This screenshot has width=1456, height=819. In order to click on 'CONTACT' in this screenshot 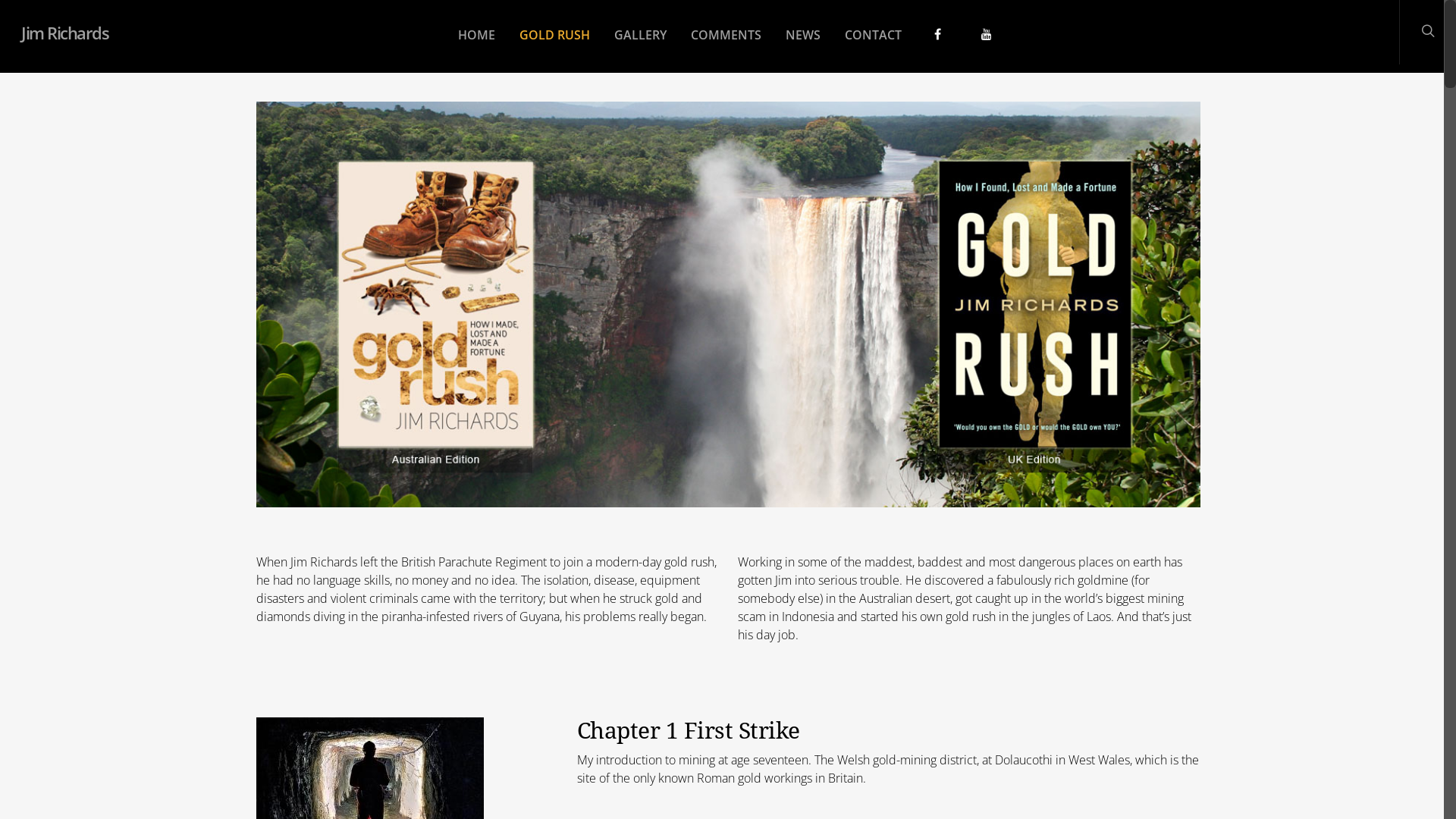, I will do `click(872, 45)`.